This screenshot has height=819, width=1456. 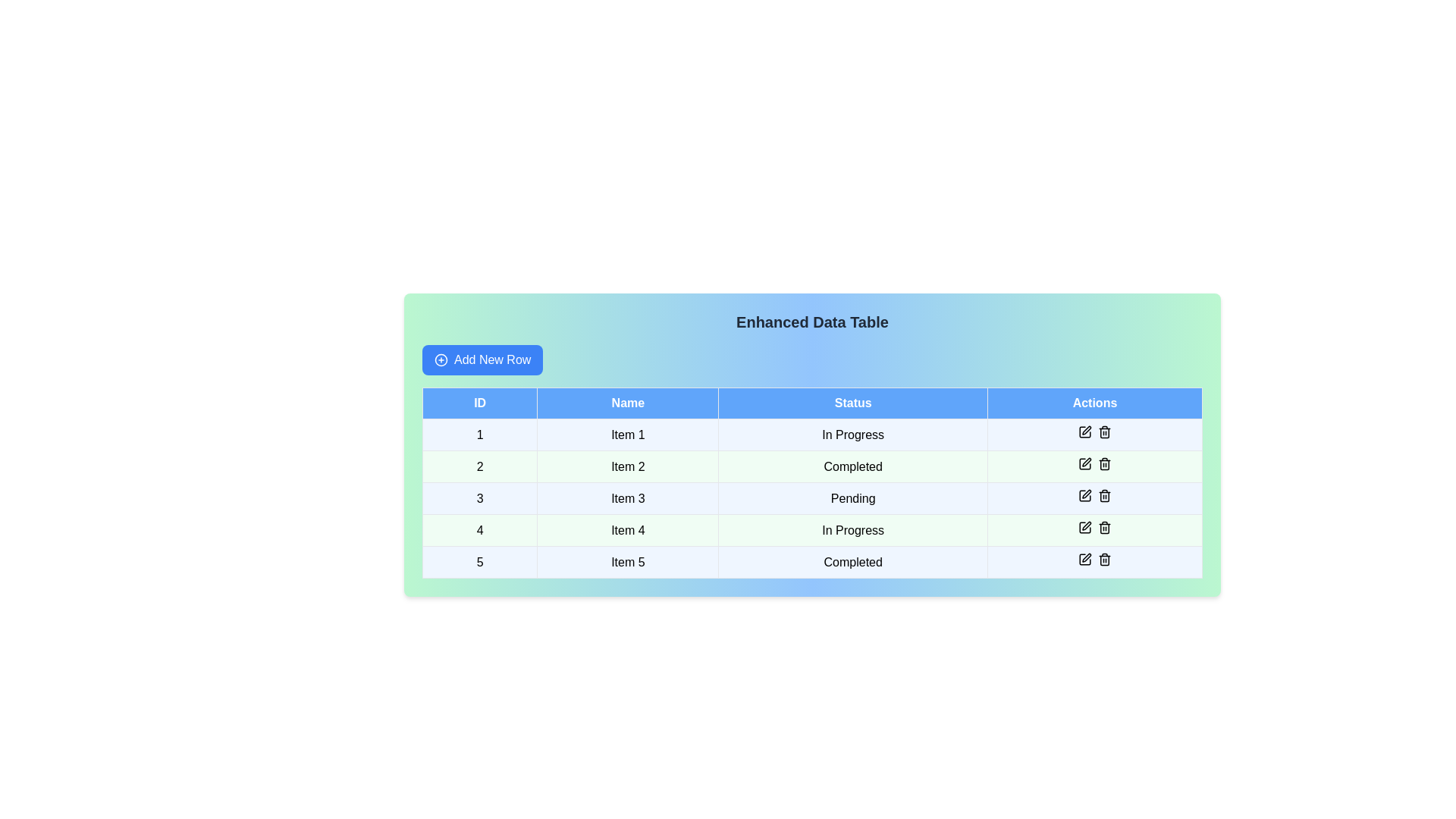 What do you see at coordinates (1104, 526) in the screenshot?
I see `the trash bin icon button, which is the second icon in the last row under the 'Actions' column of the data table, to possibly reveal additional information or a tooltip` at bounding box center [1104, 526].